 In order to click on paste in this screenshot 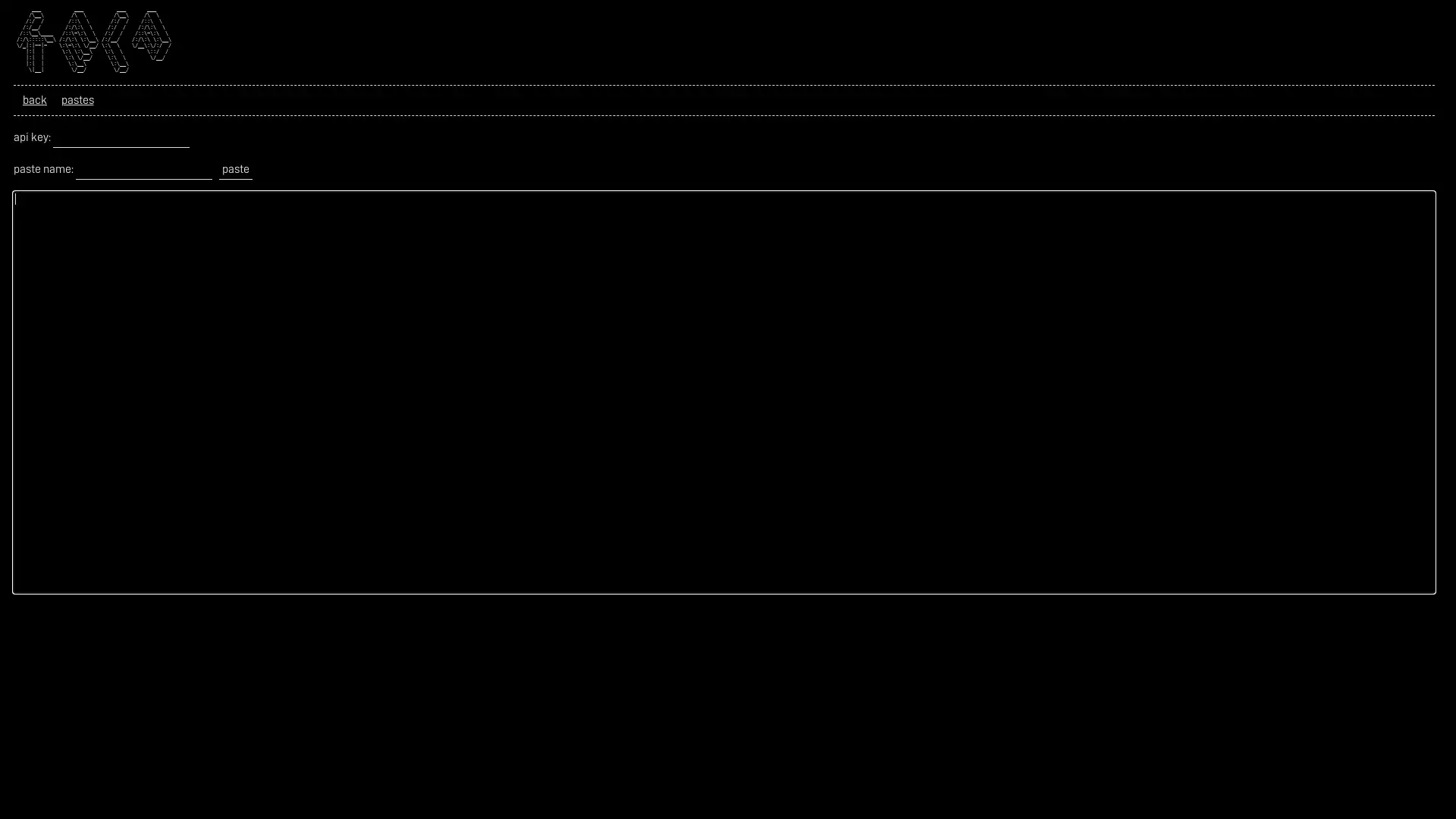, I will do `click(235, 169)`.